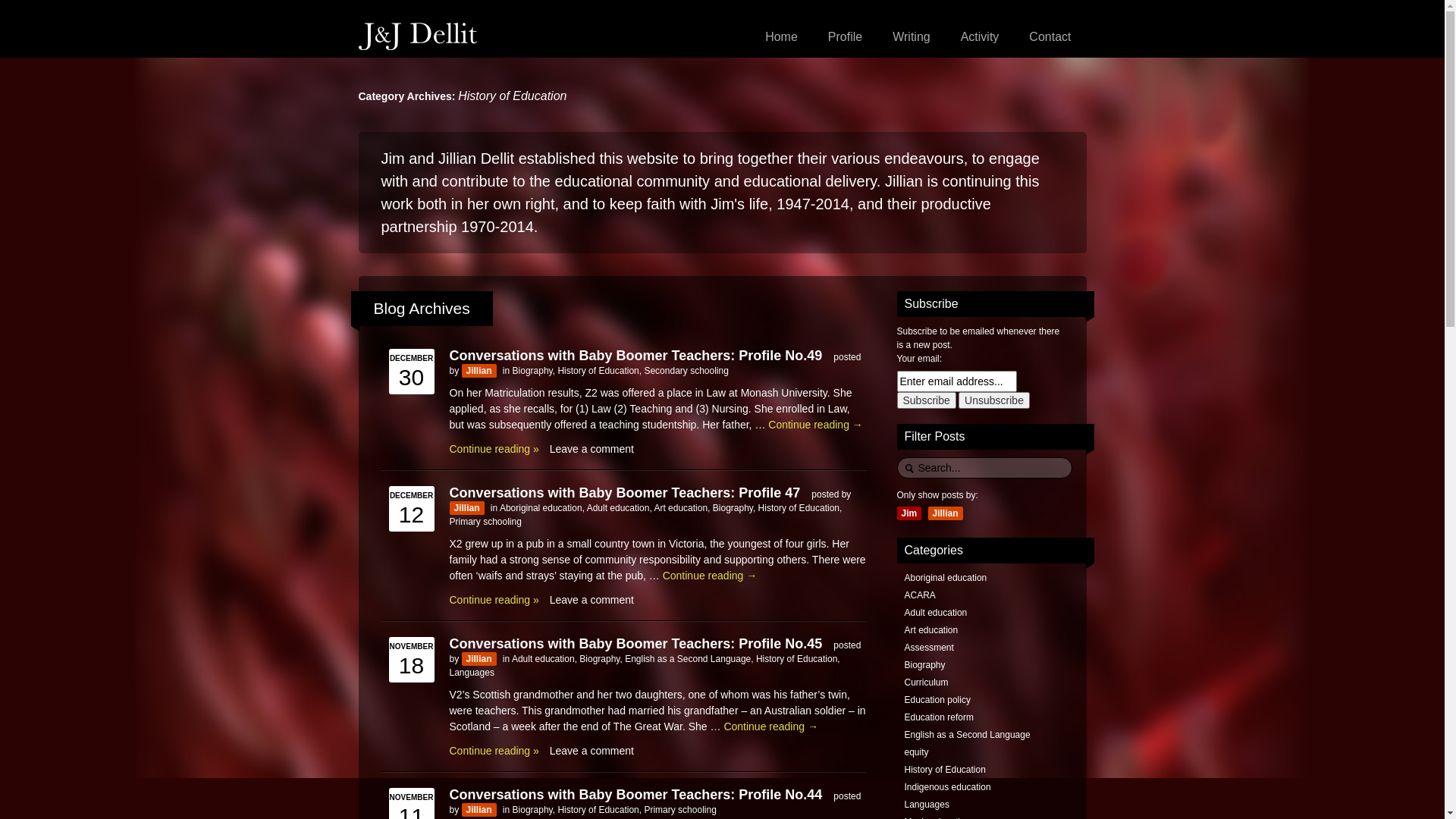 The image size is (1456, 819). What do you see at coordinates (1049, 36) in the screenshot?
I see `'Contact'` at bounding box center [1049, 36].